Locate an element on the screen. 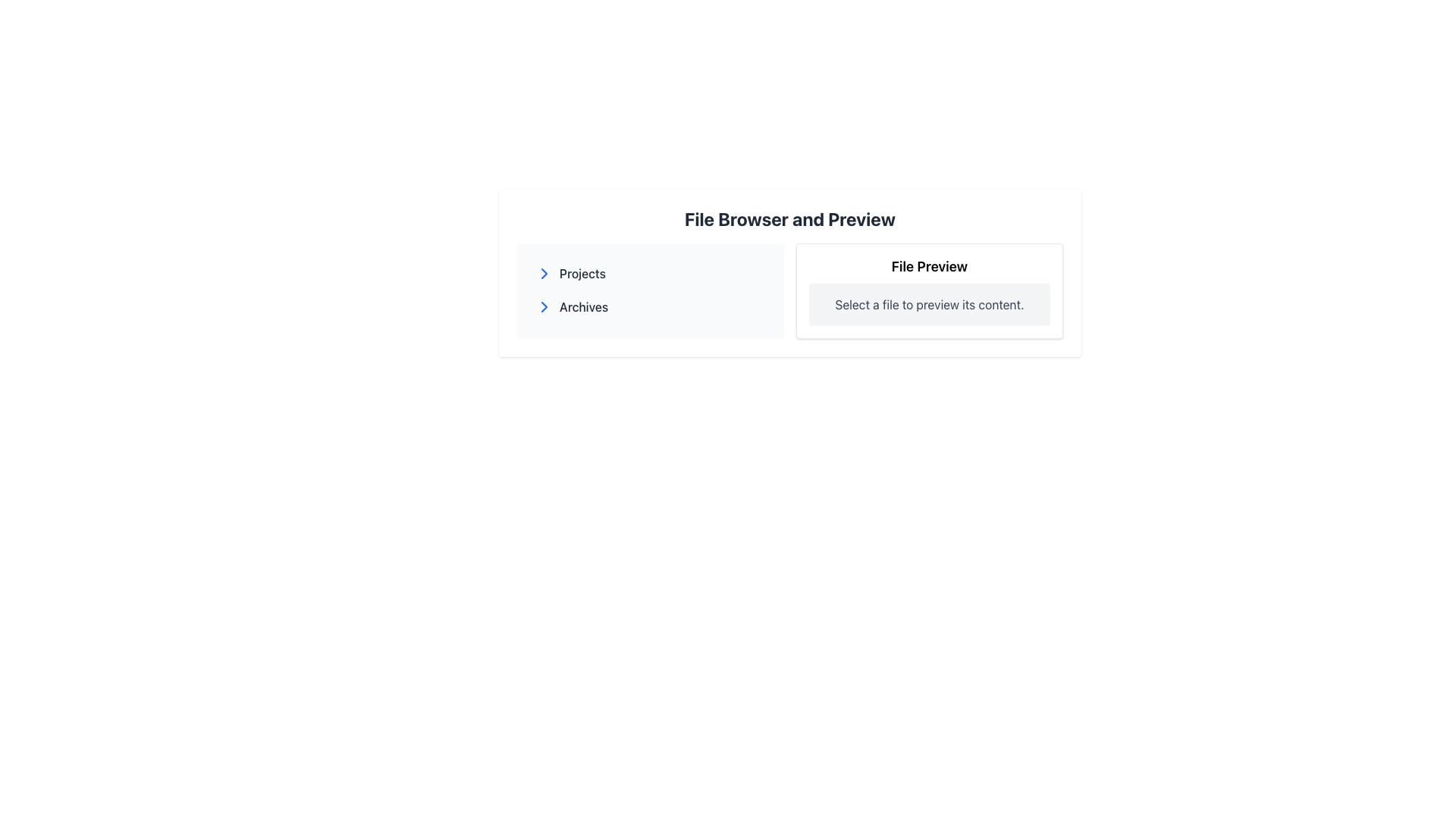 This screenshot has height=819, width=1456. the chevron icon located at the beginning of the 'Archives' list item in the left panel is located at coordinates (544, 307).